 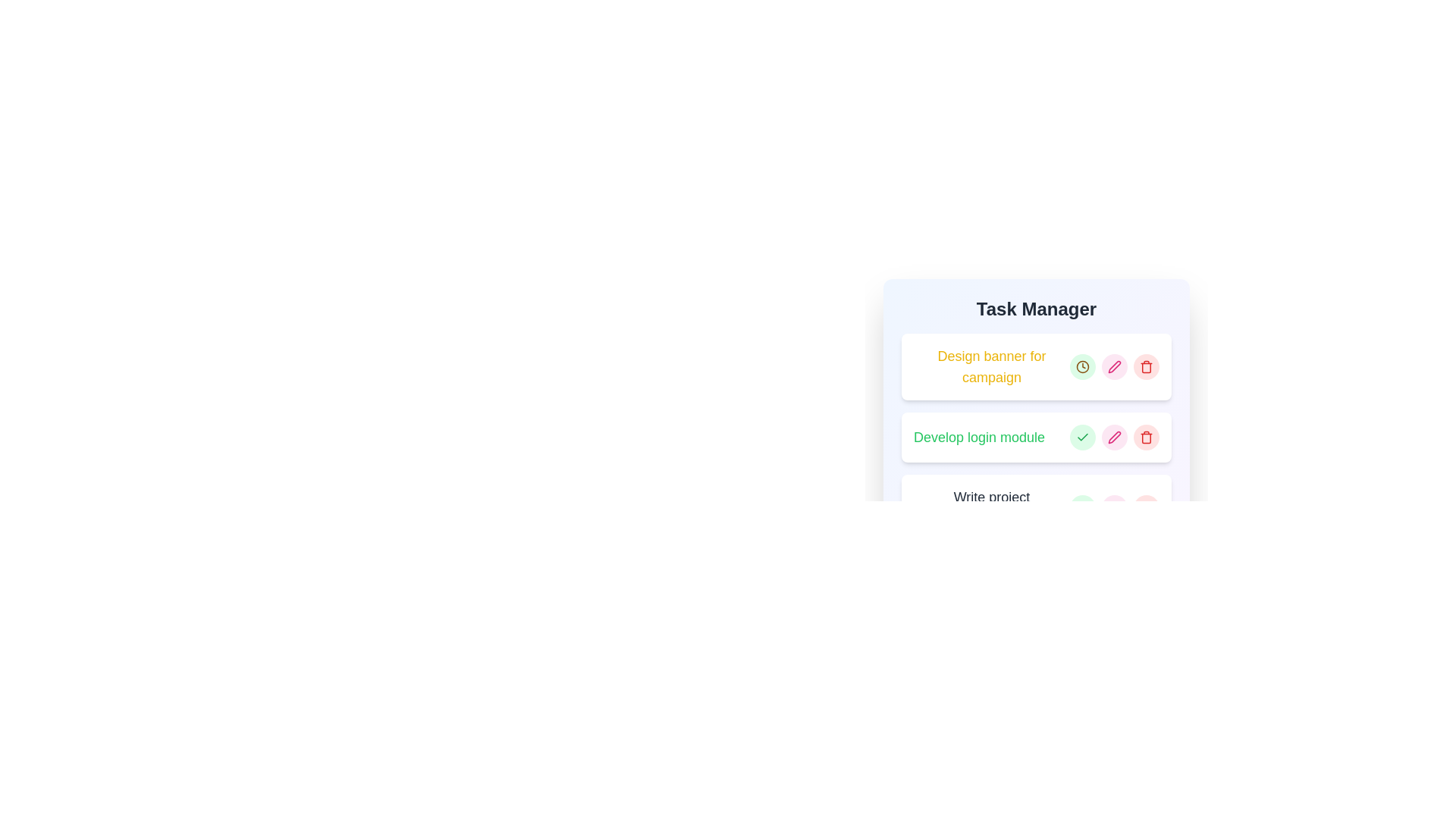 I want to click on the red trash icon button, which is the rightmost symbol in a horizontal button group, so click(x=1147, y=366).